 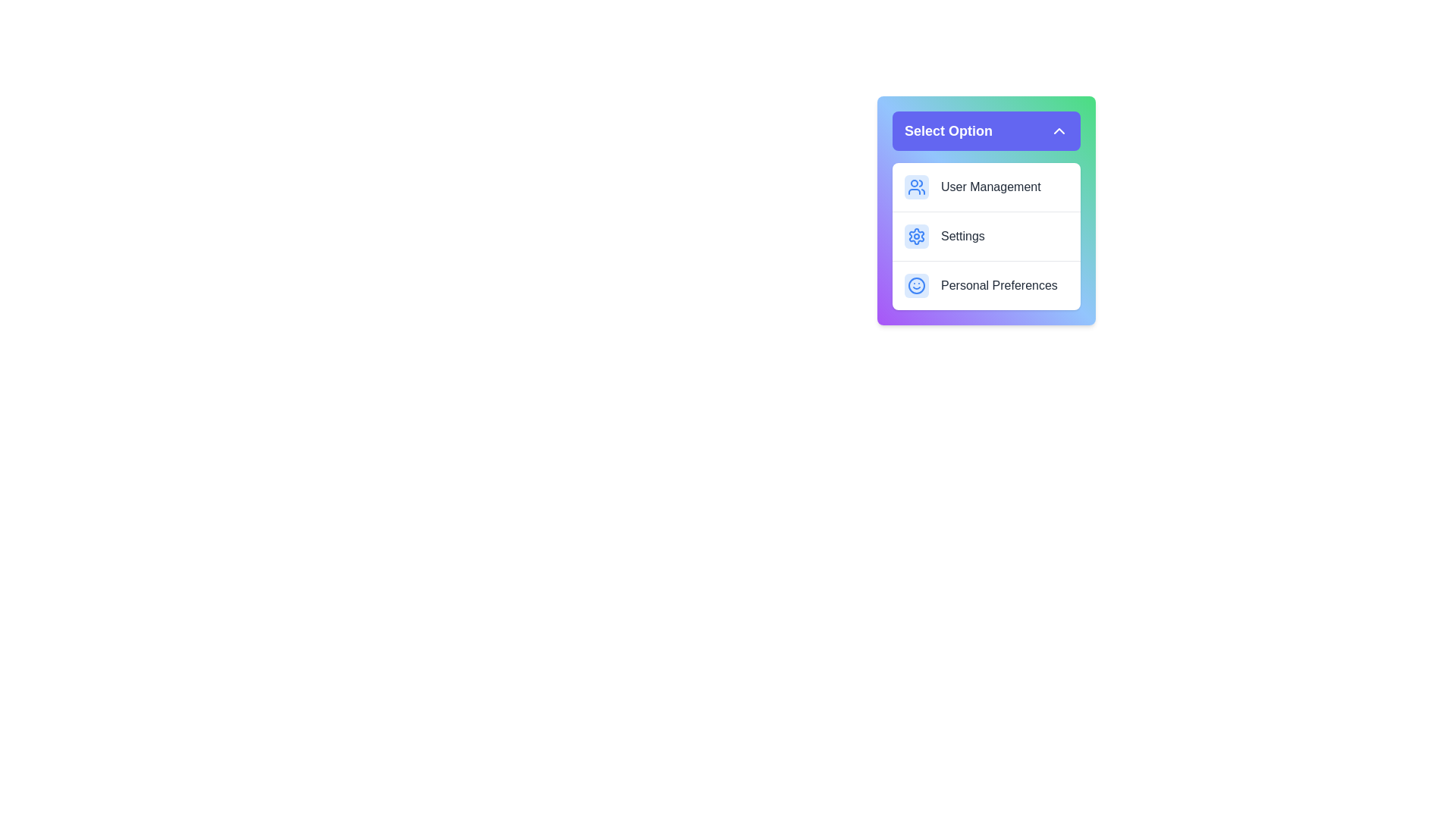 I want to click on the blue circular icon with a simplistic smiley face graphic located in the bottom option of the 'Personal Preferences' dropdown menu, so click(x=916, y=286).